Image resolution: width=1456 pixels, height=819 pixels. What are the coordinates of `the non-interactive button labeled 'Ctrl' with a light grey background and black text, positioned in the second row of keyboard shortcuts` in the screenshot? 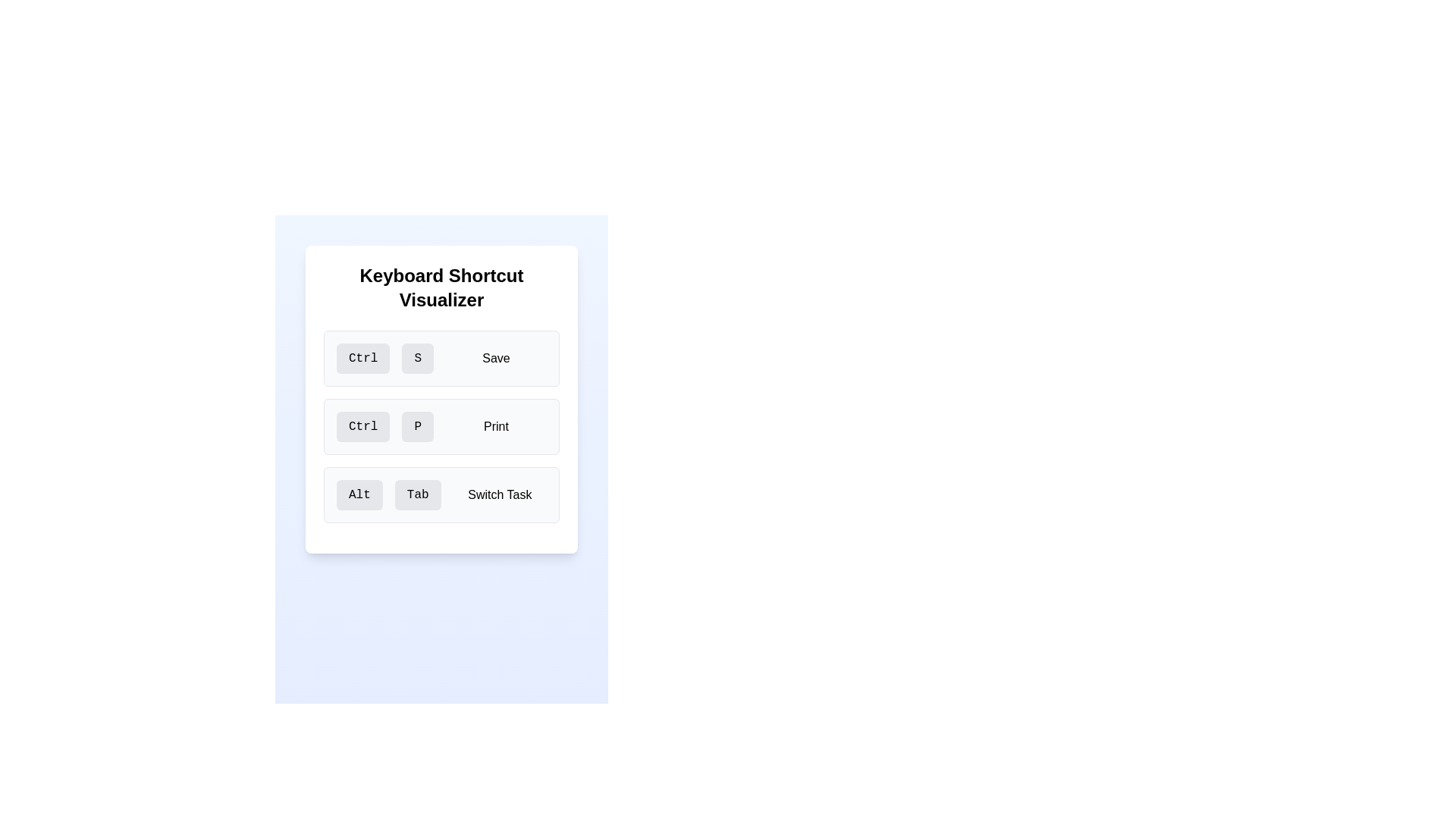 It's located at (362, 427).